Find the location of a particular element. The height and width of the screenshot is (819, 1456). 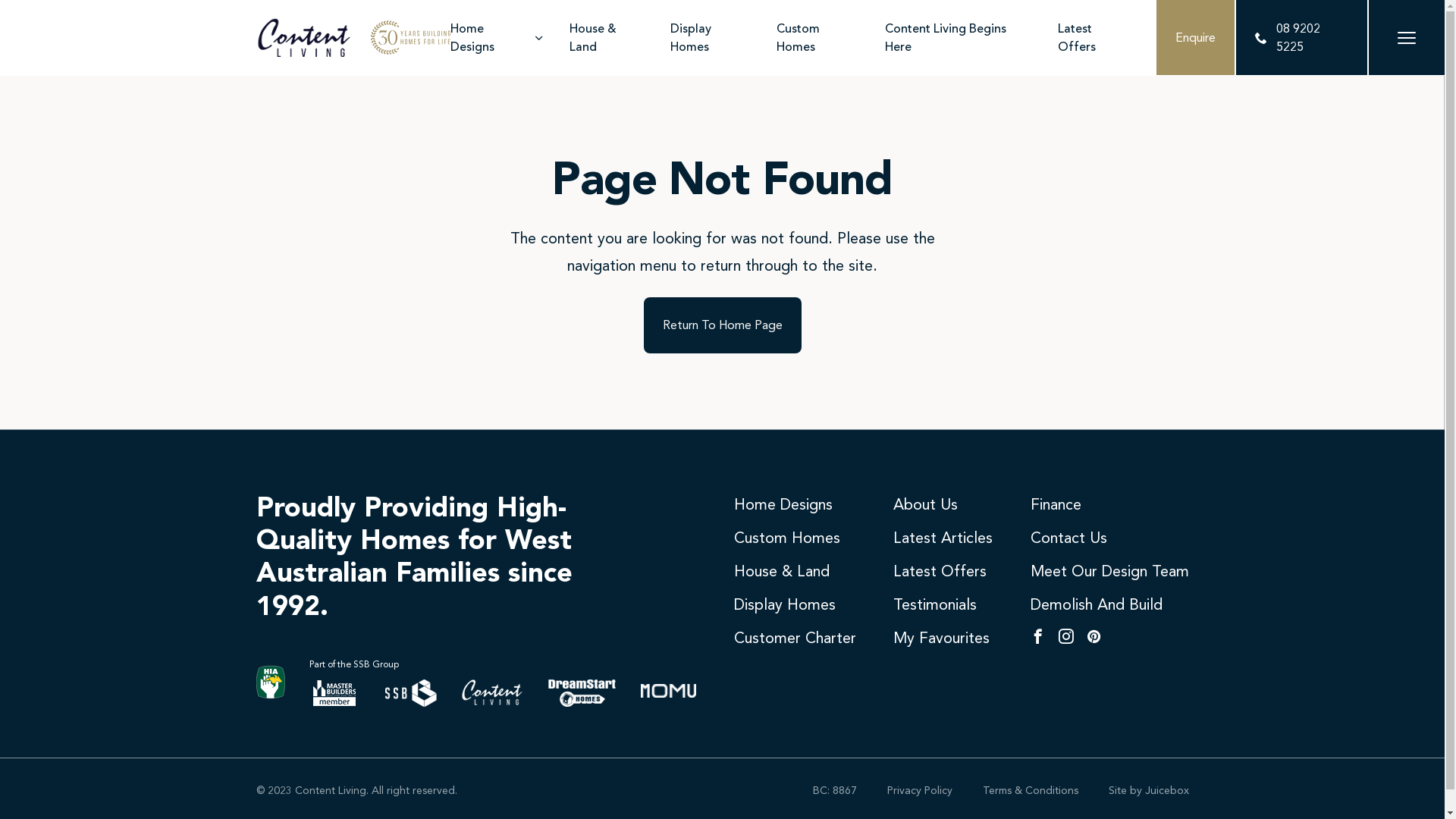

'Customer Charter' is located at coordinates (794, 637).